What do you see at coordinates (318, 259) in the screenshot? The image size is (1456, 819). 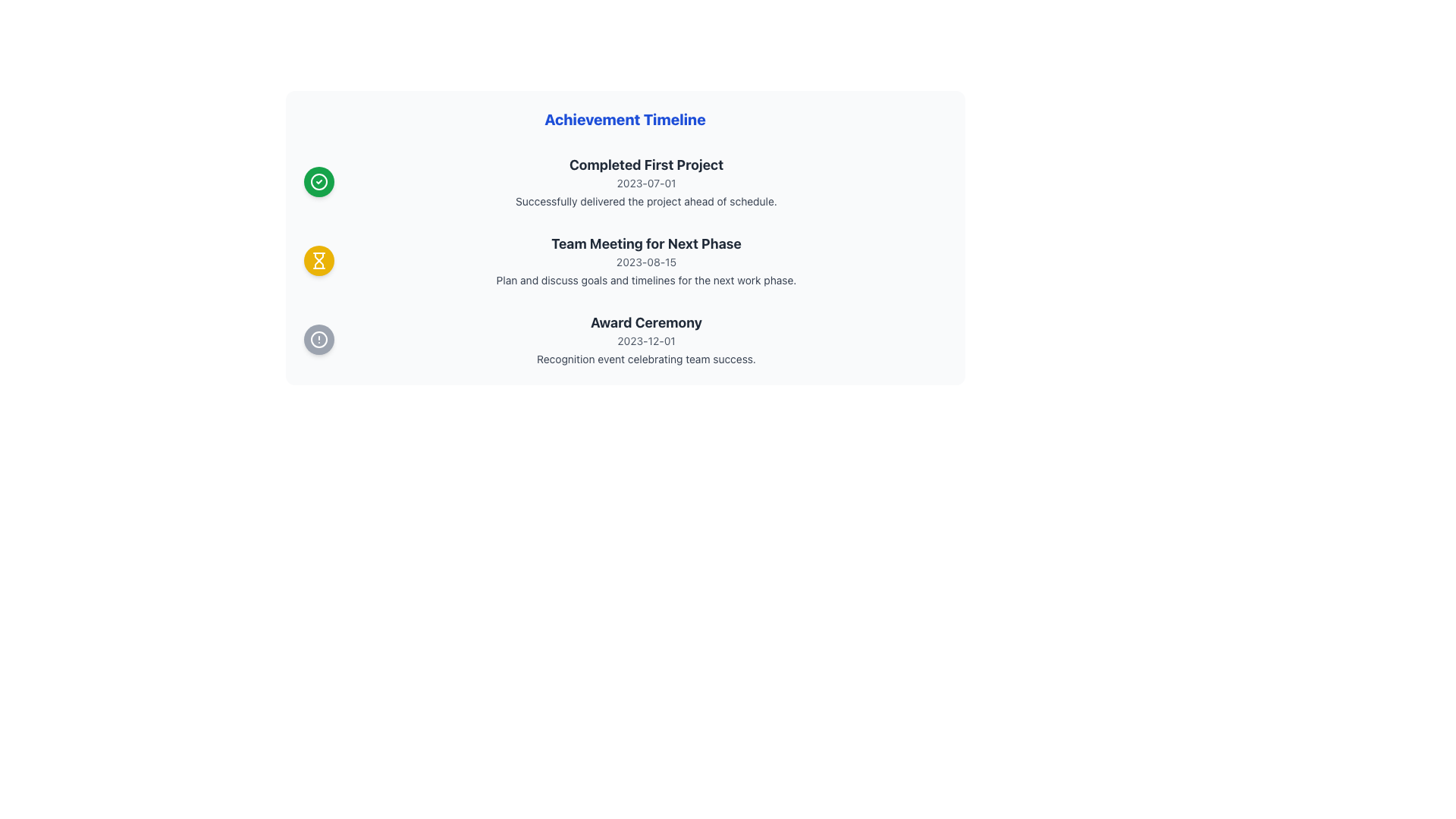 I see `the circular yellow icon with a white hourglass symbol, located in the second row of the 'Achievement Timeline' card, to the left of the 'Team Meeting for Next Phase' text` at bounding box center [318, 259].